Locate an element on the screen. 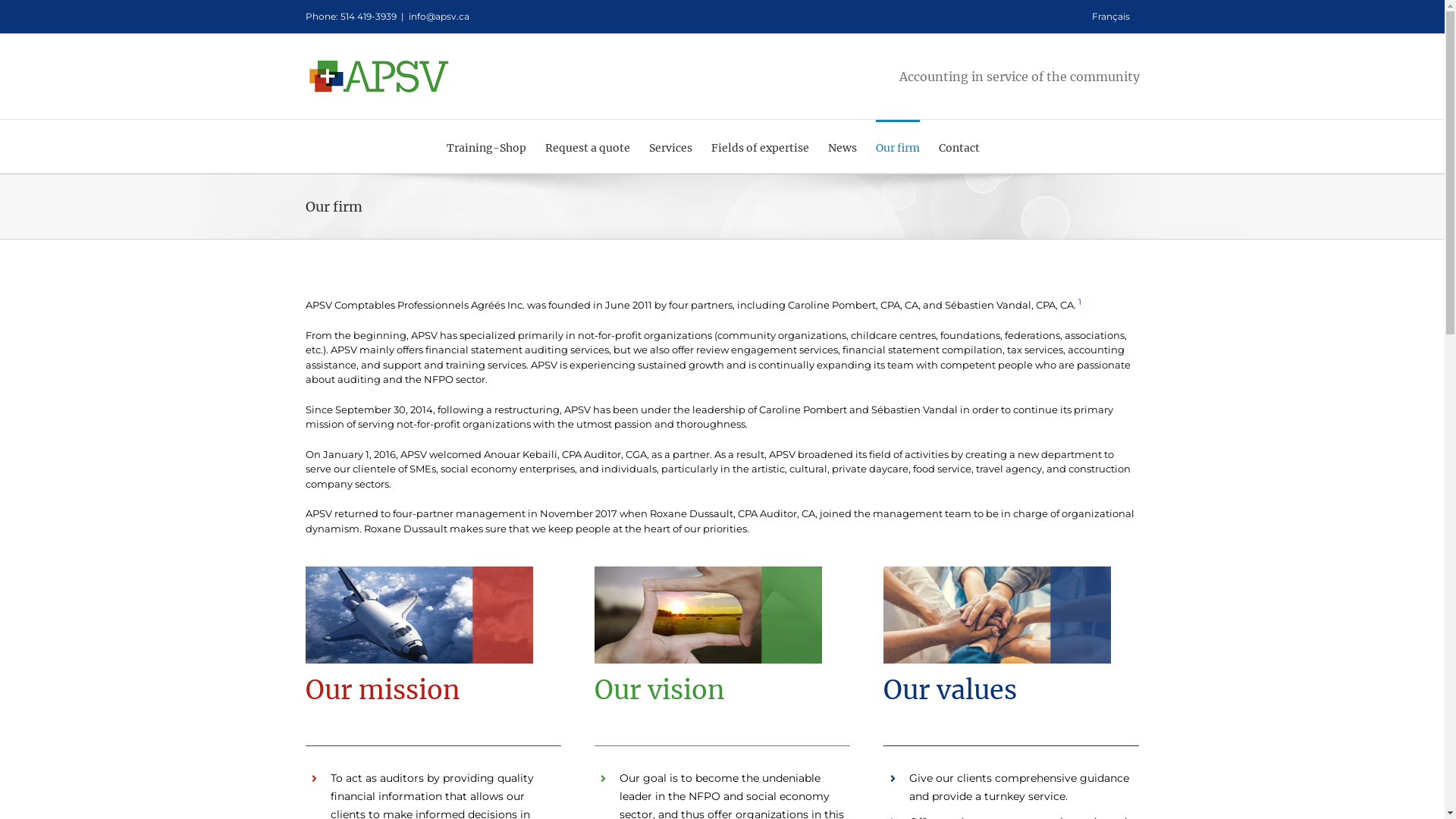 The height and width of the screenshot is (819, 1456). 'info@apsv.ca' is located at coordinates (437, 16).